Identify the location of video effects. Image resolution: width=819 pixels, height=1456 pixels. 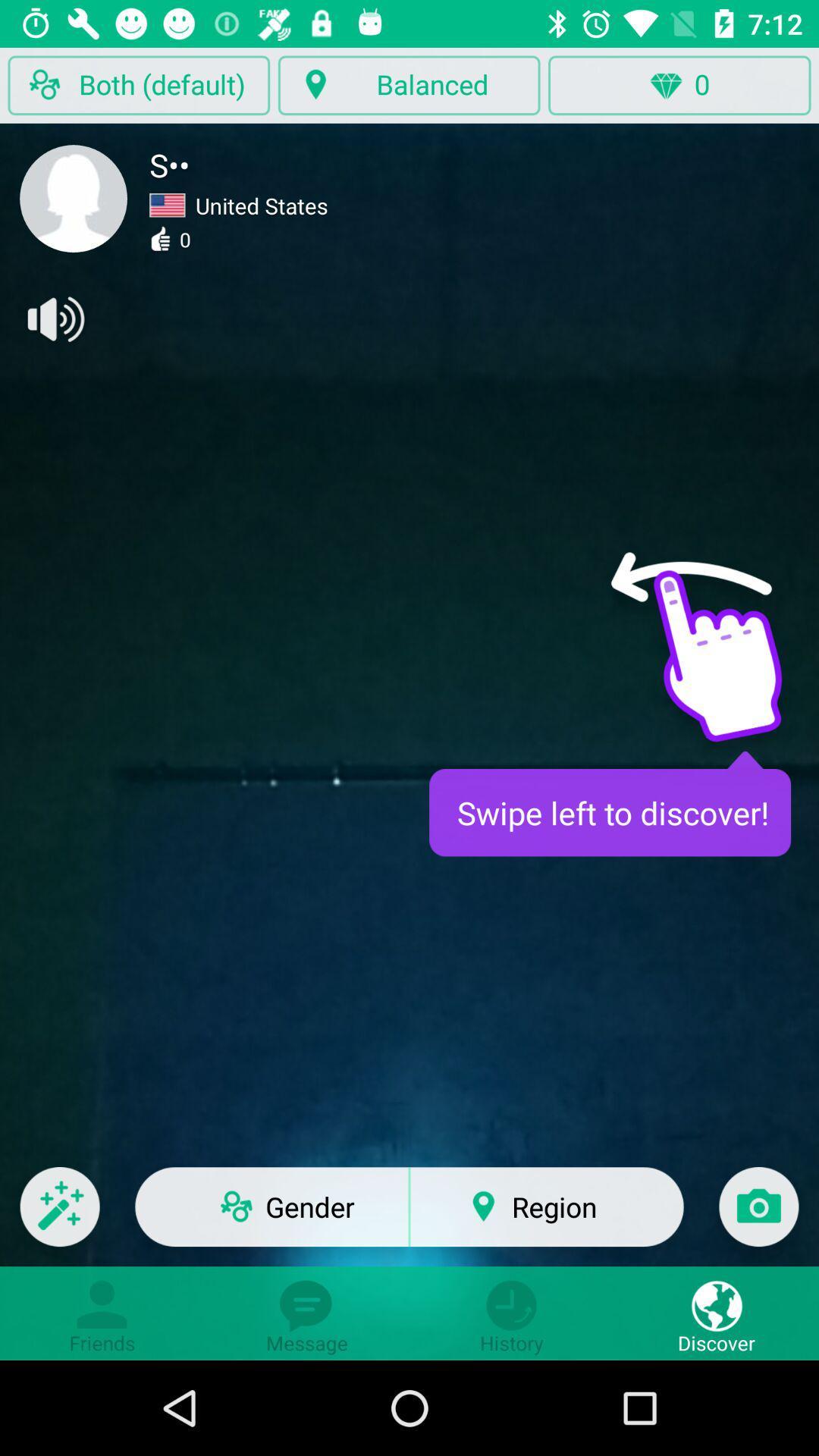
(59, 1216).